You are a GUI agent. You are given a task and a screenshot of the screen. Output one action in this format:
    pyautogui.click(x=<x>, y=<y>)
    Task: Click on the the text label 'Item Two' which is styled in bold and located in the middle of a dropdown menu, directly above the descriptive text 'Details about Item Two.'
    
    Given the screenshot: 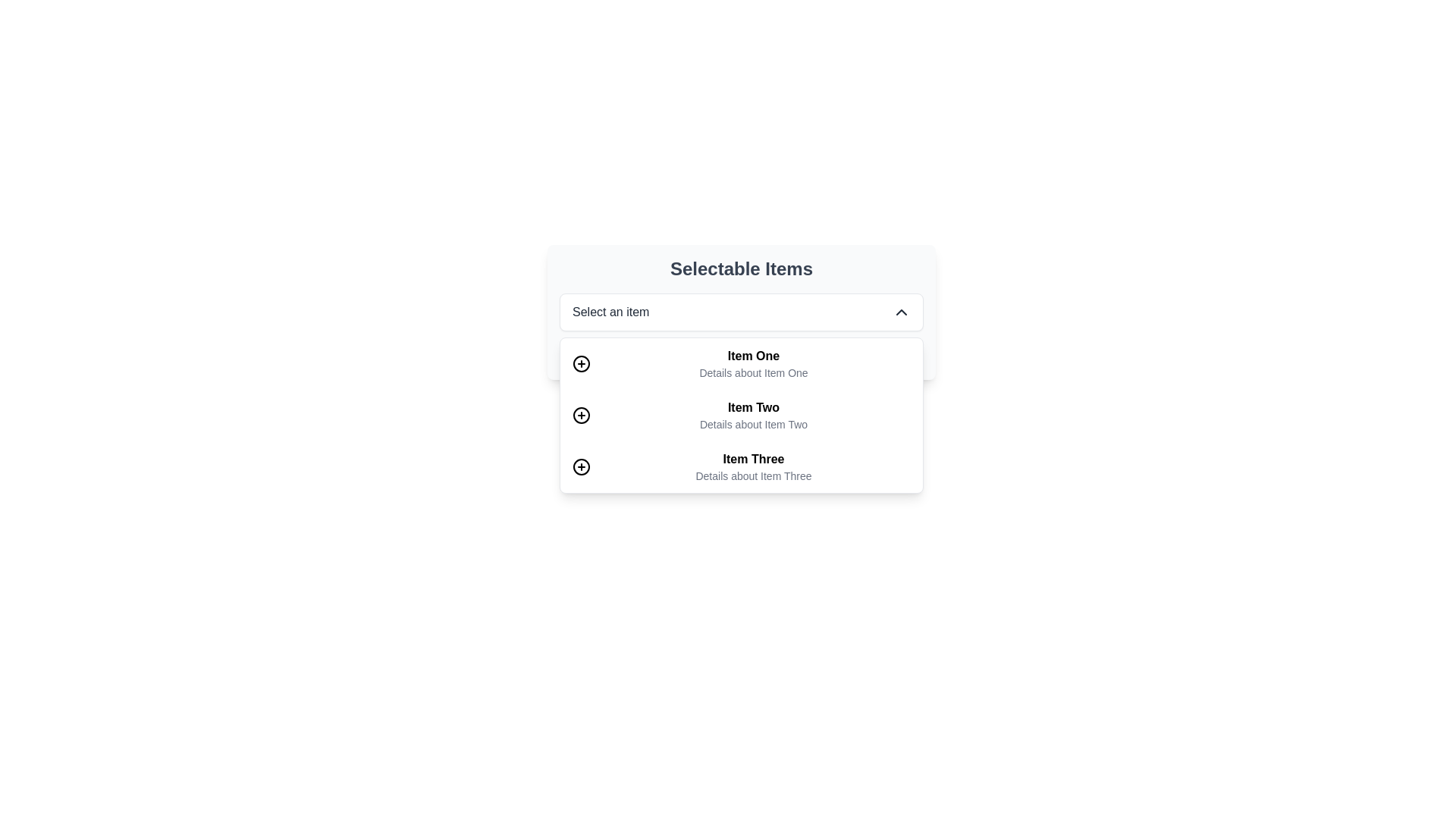 What is the action you would take?
    pyautogui.click(x=753, y=406)
    